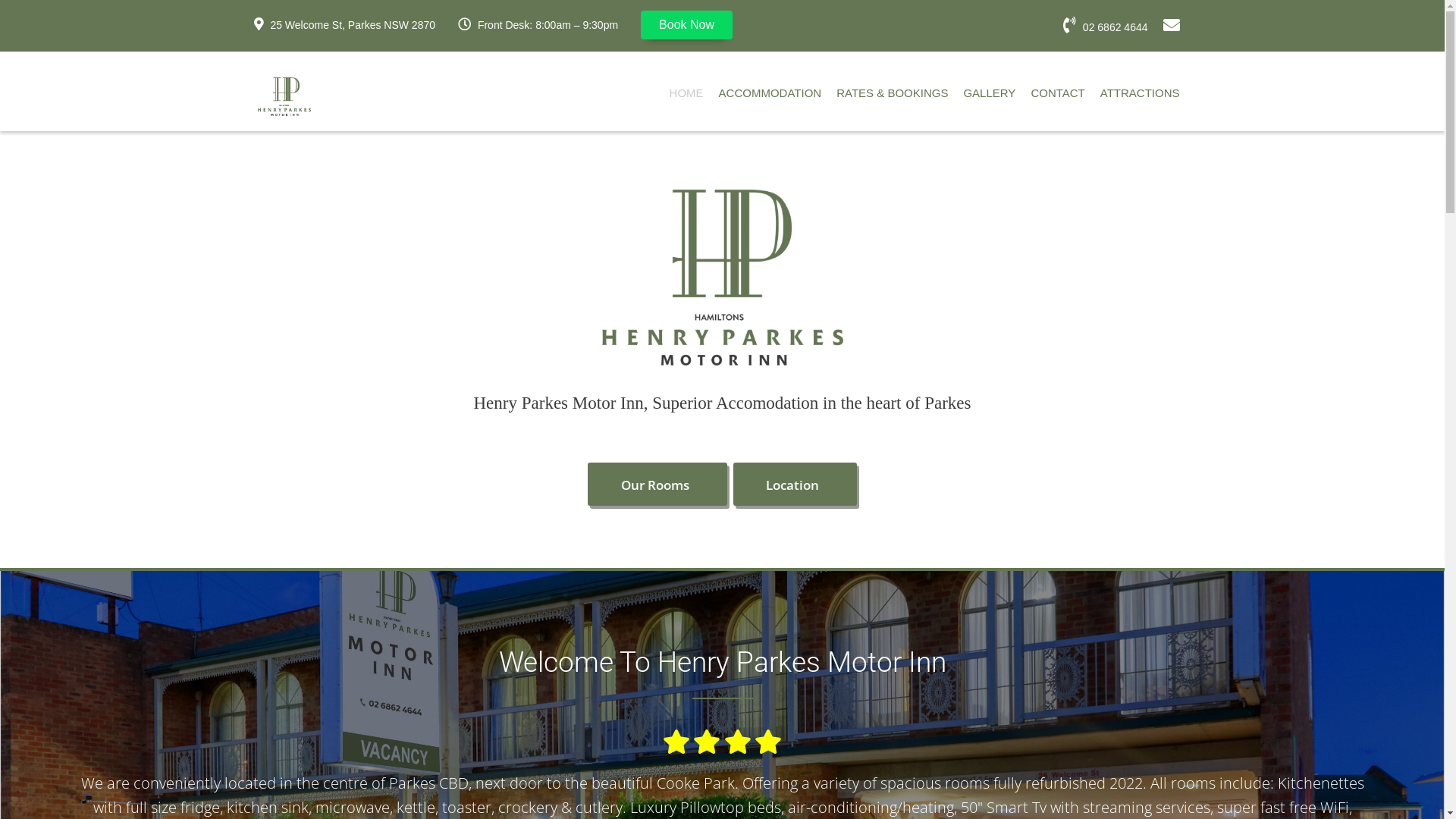  What do you see at coordinates (892, 96) in the screenshot?
I see `'RATES & BOOKINGS'` at bounding box center [892, 96].